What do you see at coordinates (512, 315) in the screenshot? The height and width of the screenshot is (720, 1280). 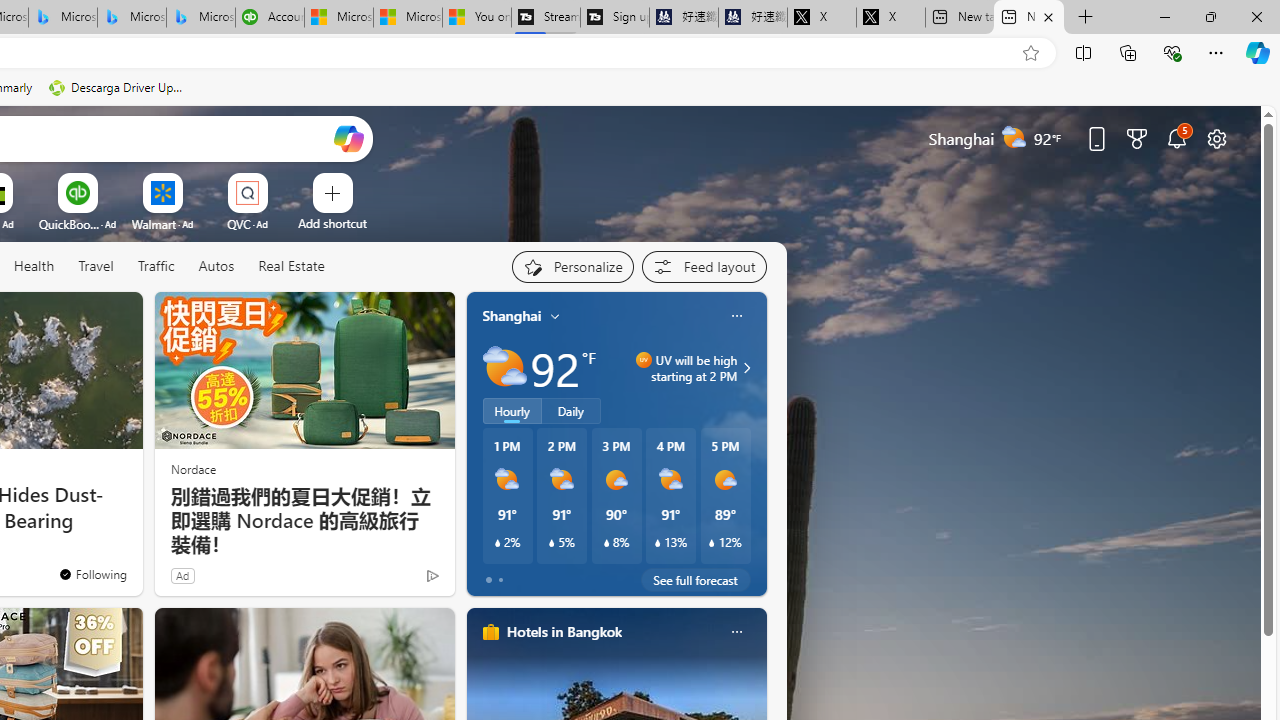 I see `'Shanghai'` at bounding box center [512, 315].